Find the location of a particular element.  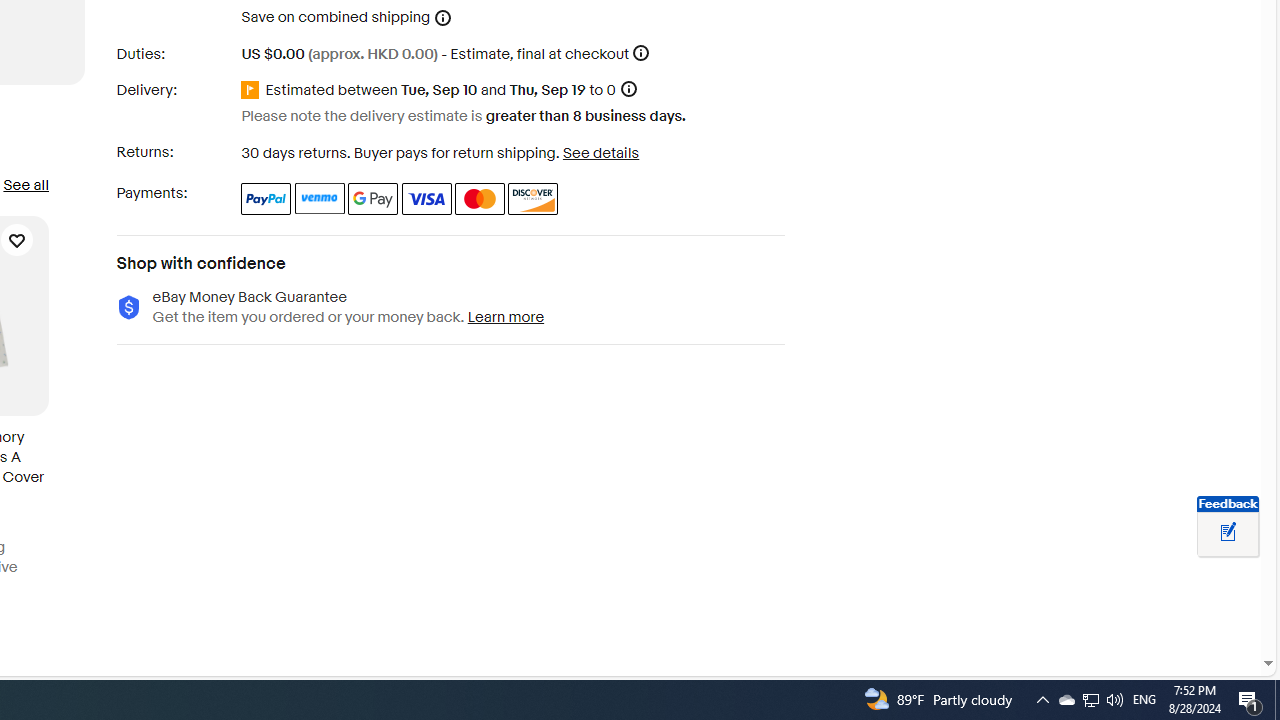

'PayPal' is located at coordinates (265, 198).